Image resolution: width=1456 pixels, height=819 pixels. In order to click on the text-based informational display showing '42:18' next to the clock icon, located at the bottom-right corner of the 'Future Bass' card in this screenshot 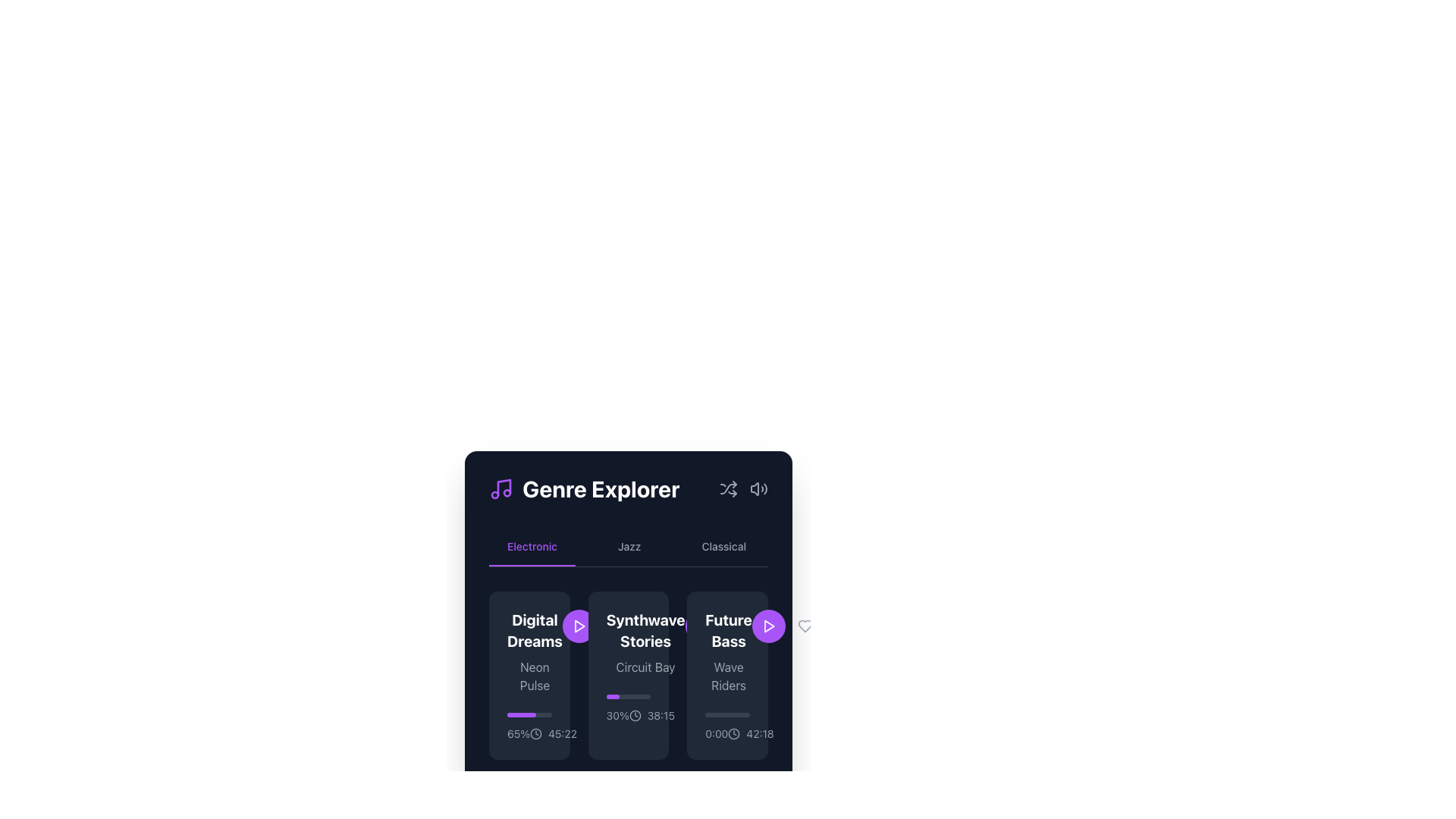, I will do `click(751, 733)`.